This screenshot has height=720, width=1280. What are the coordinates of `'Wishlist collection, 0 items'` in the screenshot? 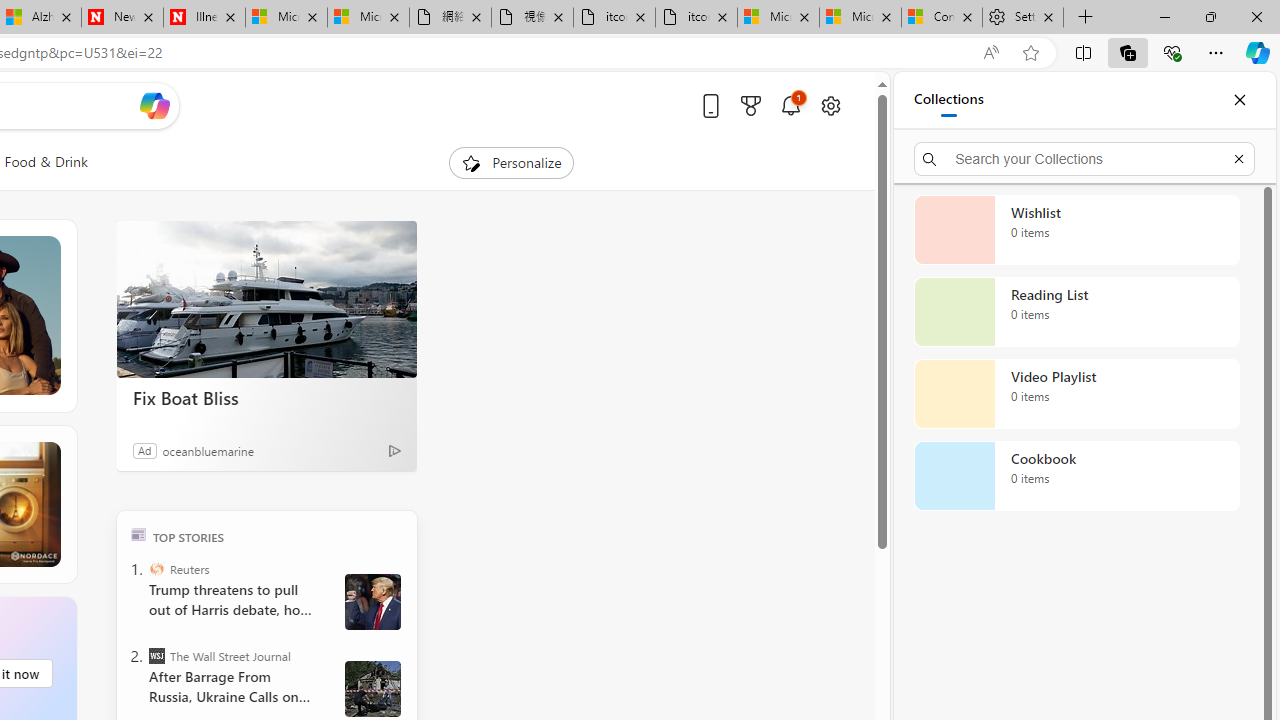 It's located at (1076, 229).